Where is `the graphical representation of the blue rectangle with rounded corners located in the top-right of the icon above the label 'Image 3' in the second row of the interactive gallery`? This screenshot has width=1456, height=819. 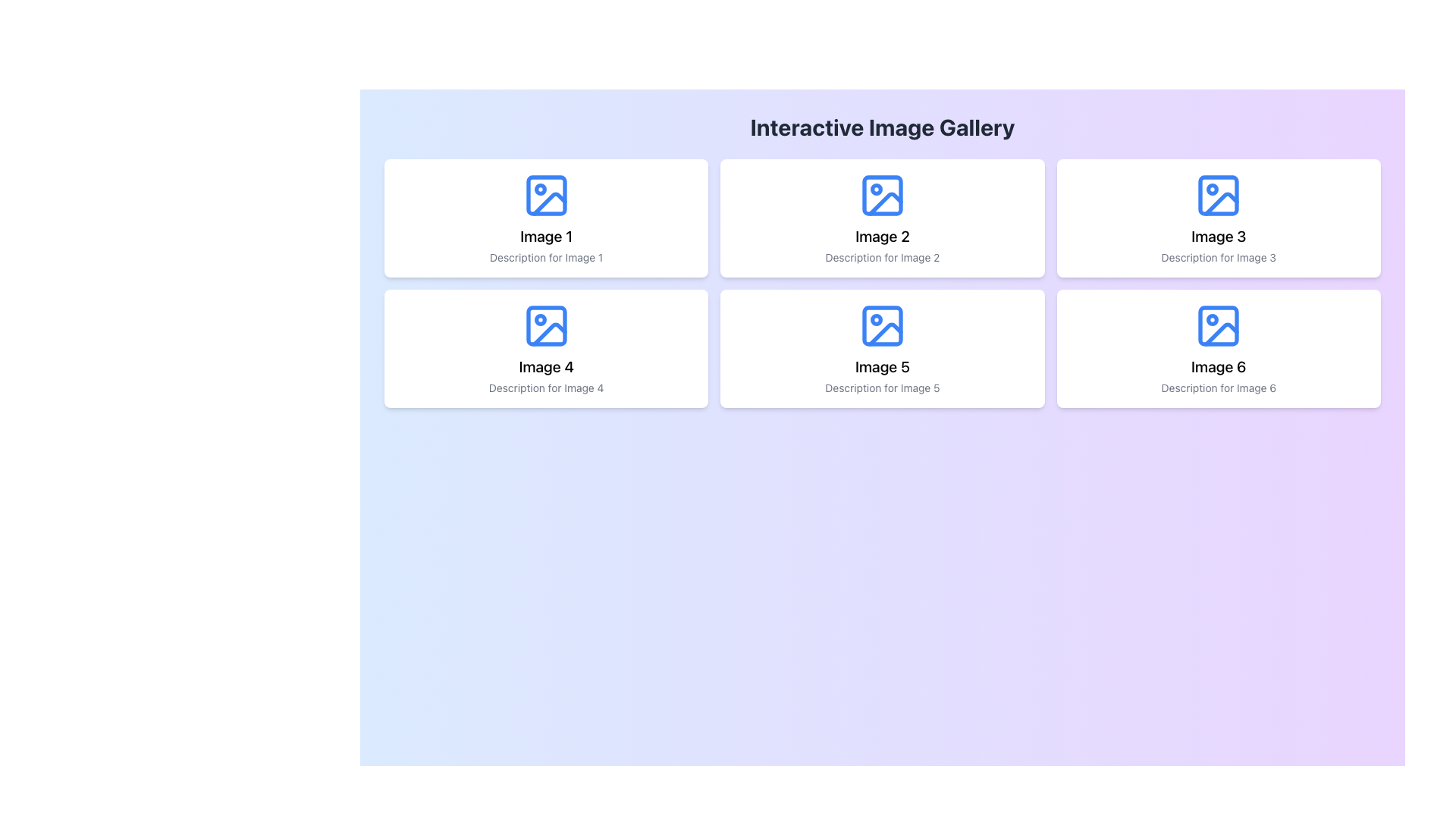 the graphical representation of the blue rectangle with rounded corners located in the top-right of the icon above the label 'Image 3' in the second row of the interactive gallery is located at coordinates (1219, 195).